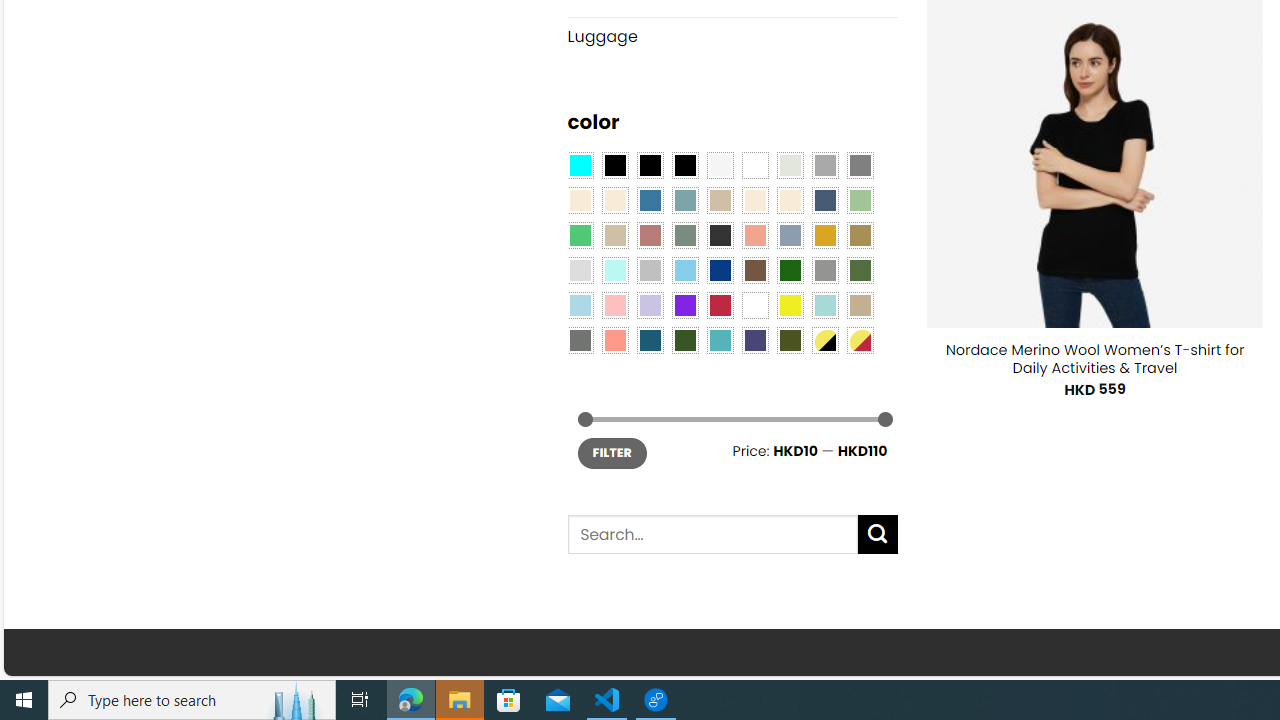 Image resolution: width=1280 pixels, height=720 pixels. What do you see at coordinates (712, 532) in the screenshot?
I see `'Search for:'` at bounding box center [712, 532].